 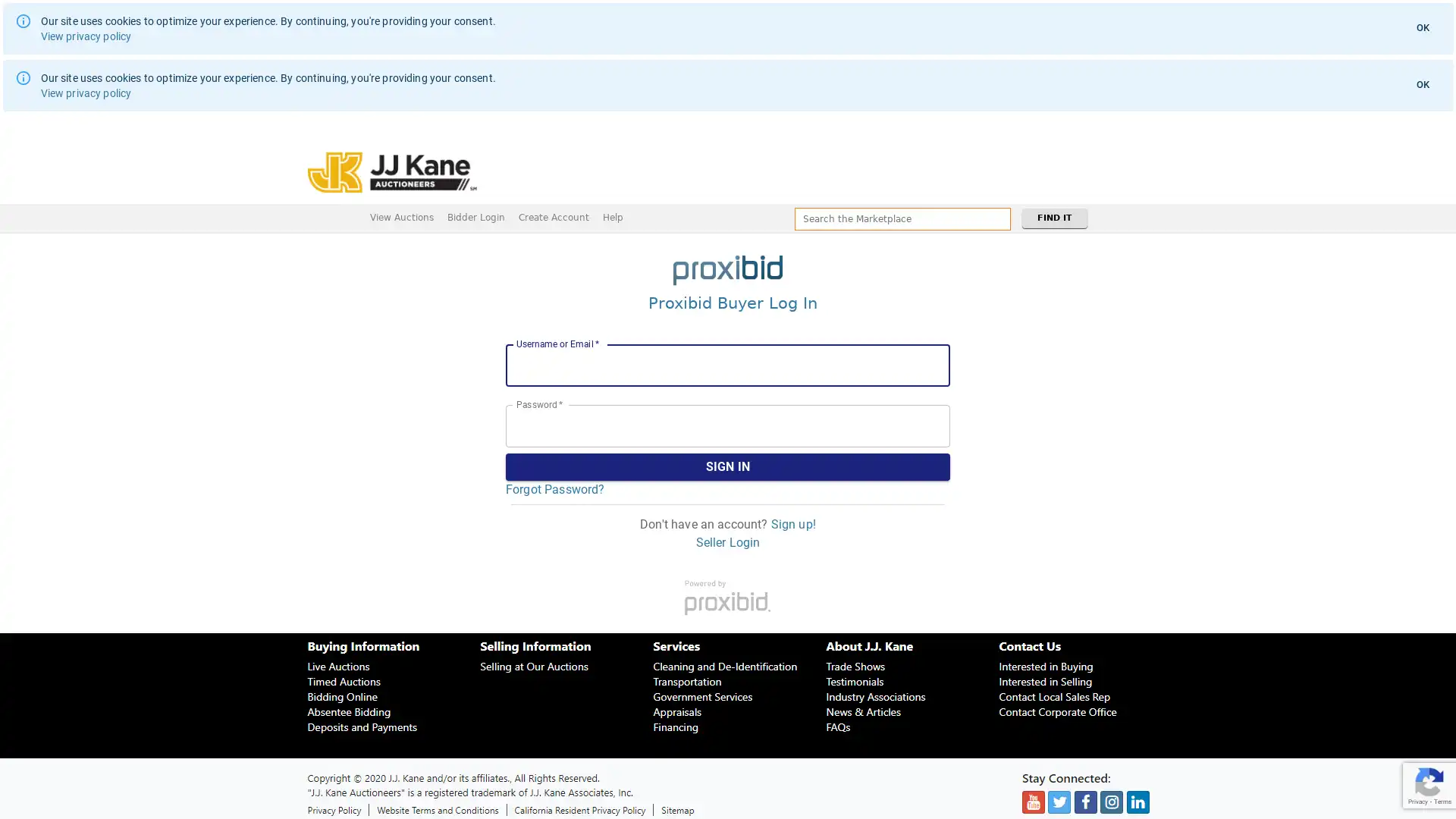 I want to click on OK, so click(x=1422, y=28).